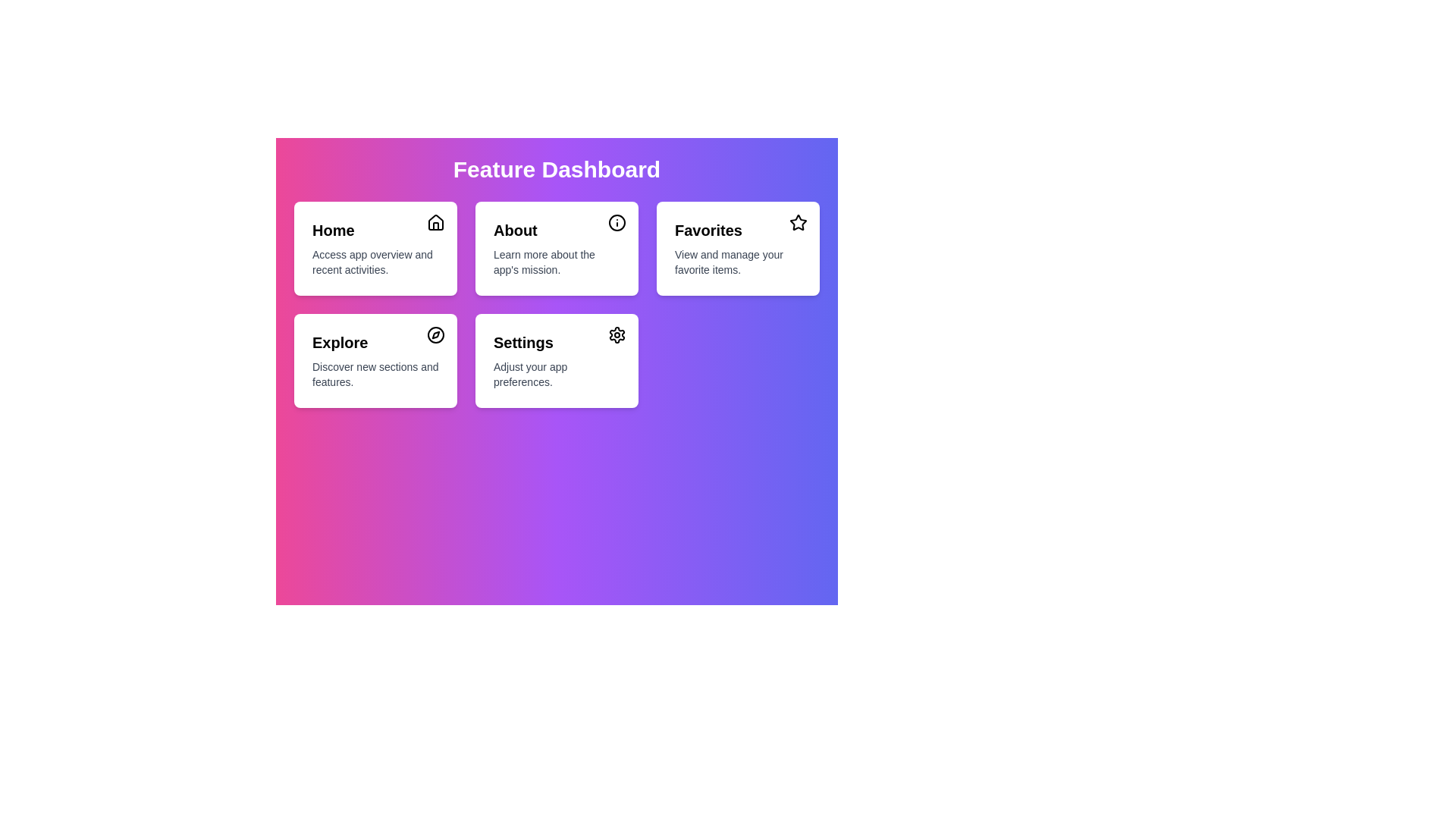 The width and height of the screenshot is (1456, 819). Describe the element at coordinates (435, 222) in the screenshot. I see `the icon of the menu item labeled Home` at that location.